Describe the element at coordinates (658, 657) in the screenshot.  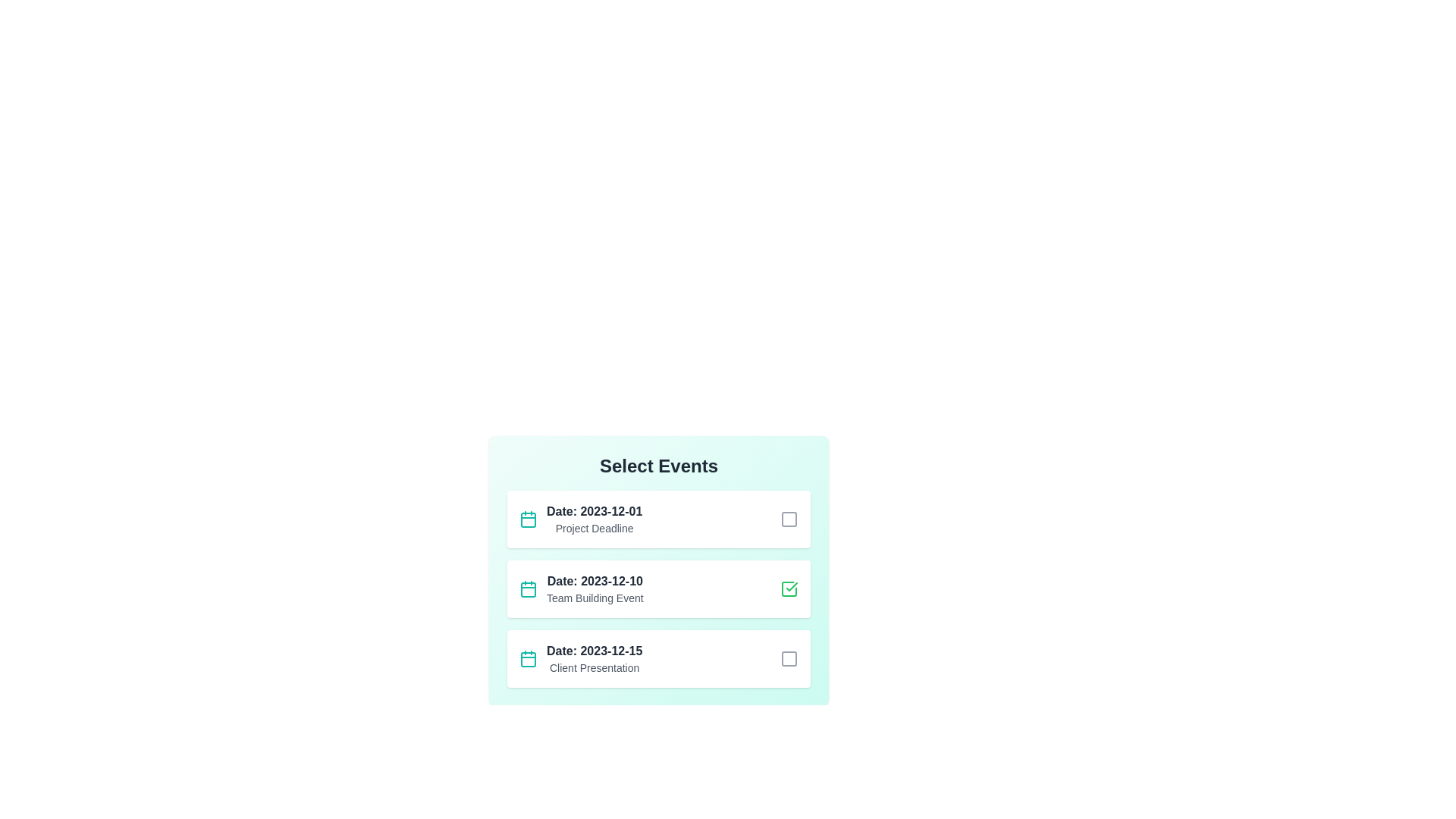
I see `the event item corresponding to 3` at that location.